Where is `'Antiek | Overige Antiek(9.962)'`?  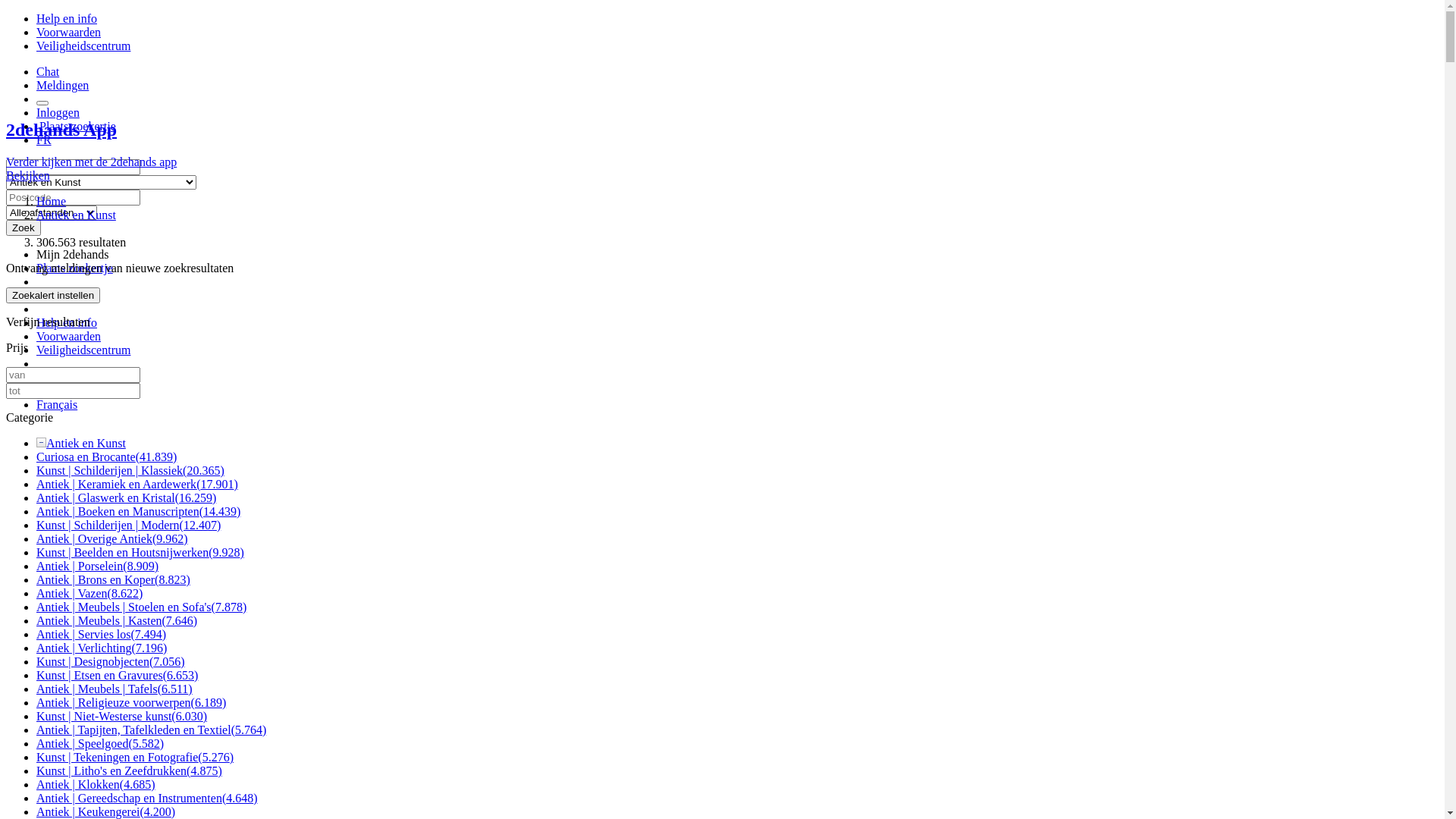
'Antiek | Overige Antiek(9.962)' is located at coordinates (36, 538).